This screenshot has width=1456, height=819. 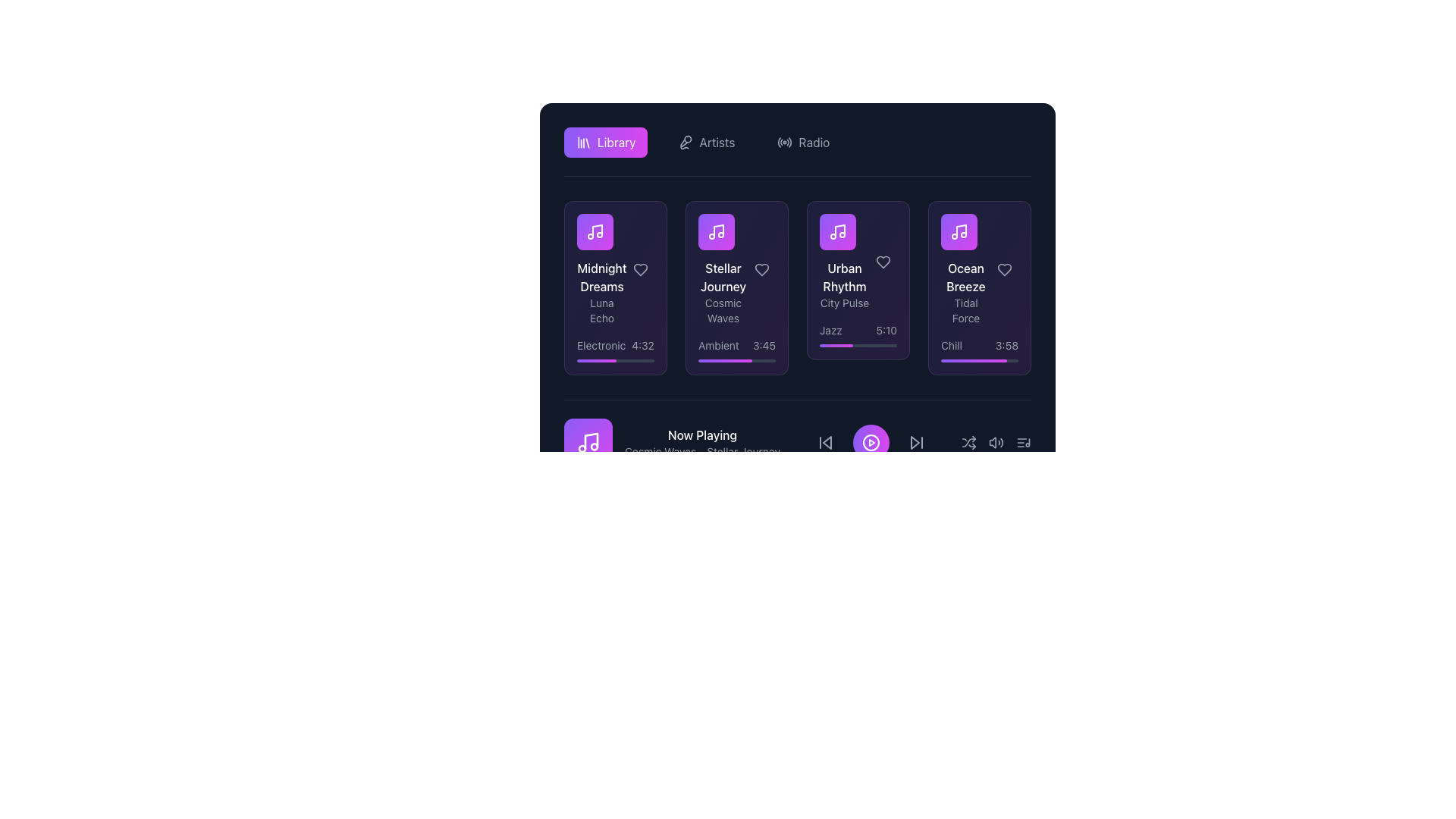 What do you see at coordinates (951, 345) in the screenshot?
I see `the text label that reads 'Chill' located in the bottom-right corner of the 'Ocean Breeze' card` at bounding box center [951, 345].